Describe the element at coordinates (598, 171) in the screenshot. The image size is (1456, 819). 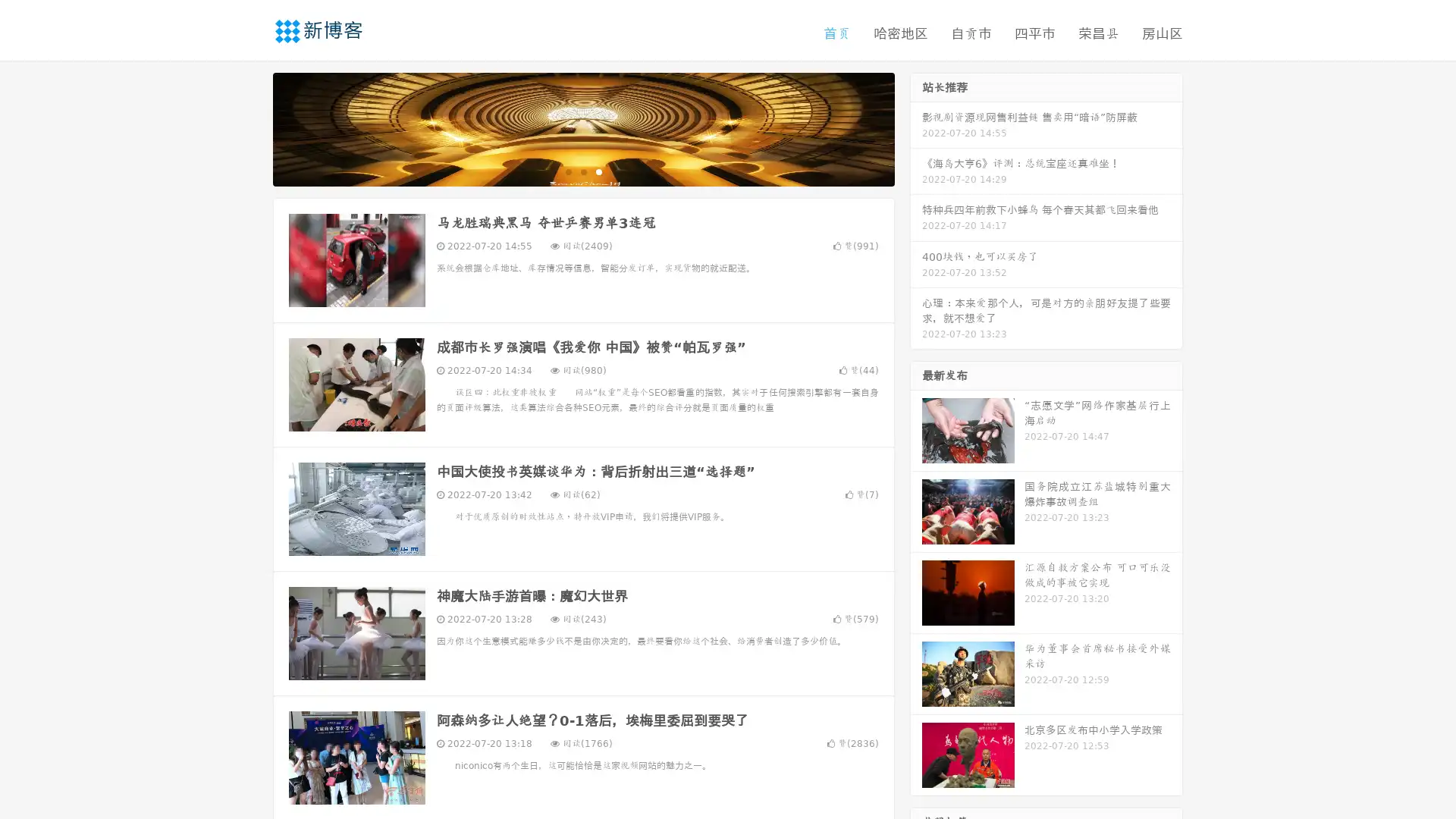
I see `Go to slide 3` at that location.